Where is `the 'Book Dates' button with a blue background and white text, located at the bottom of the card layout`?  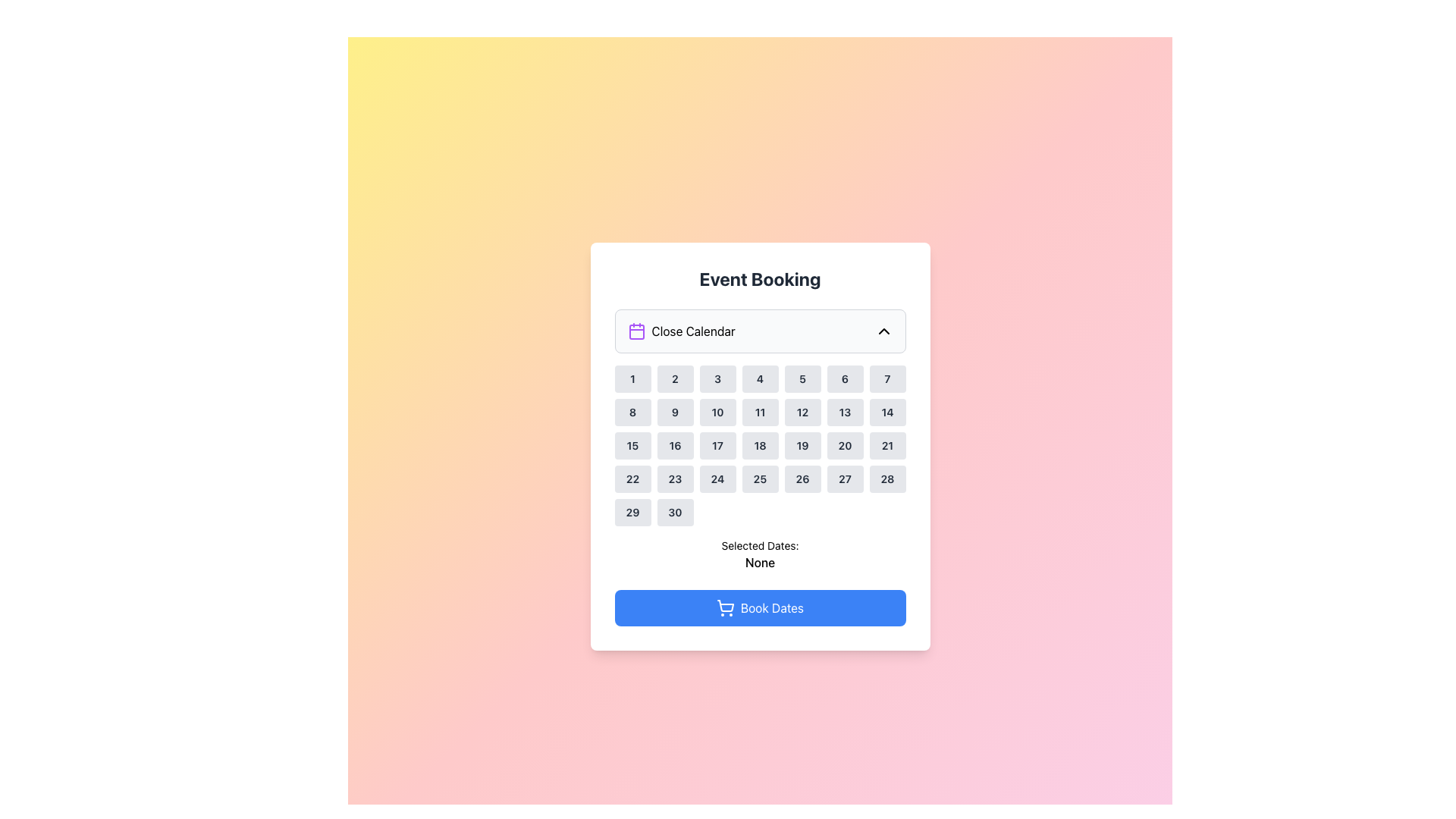 the 'Book Dates' button with a blue background and white text, located at the bottom of the card layout is located at coordinates (760, 607).